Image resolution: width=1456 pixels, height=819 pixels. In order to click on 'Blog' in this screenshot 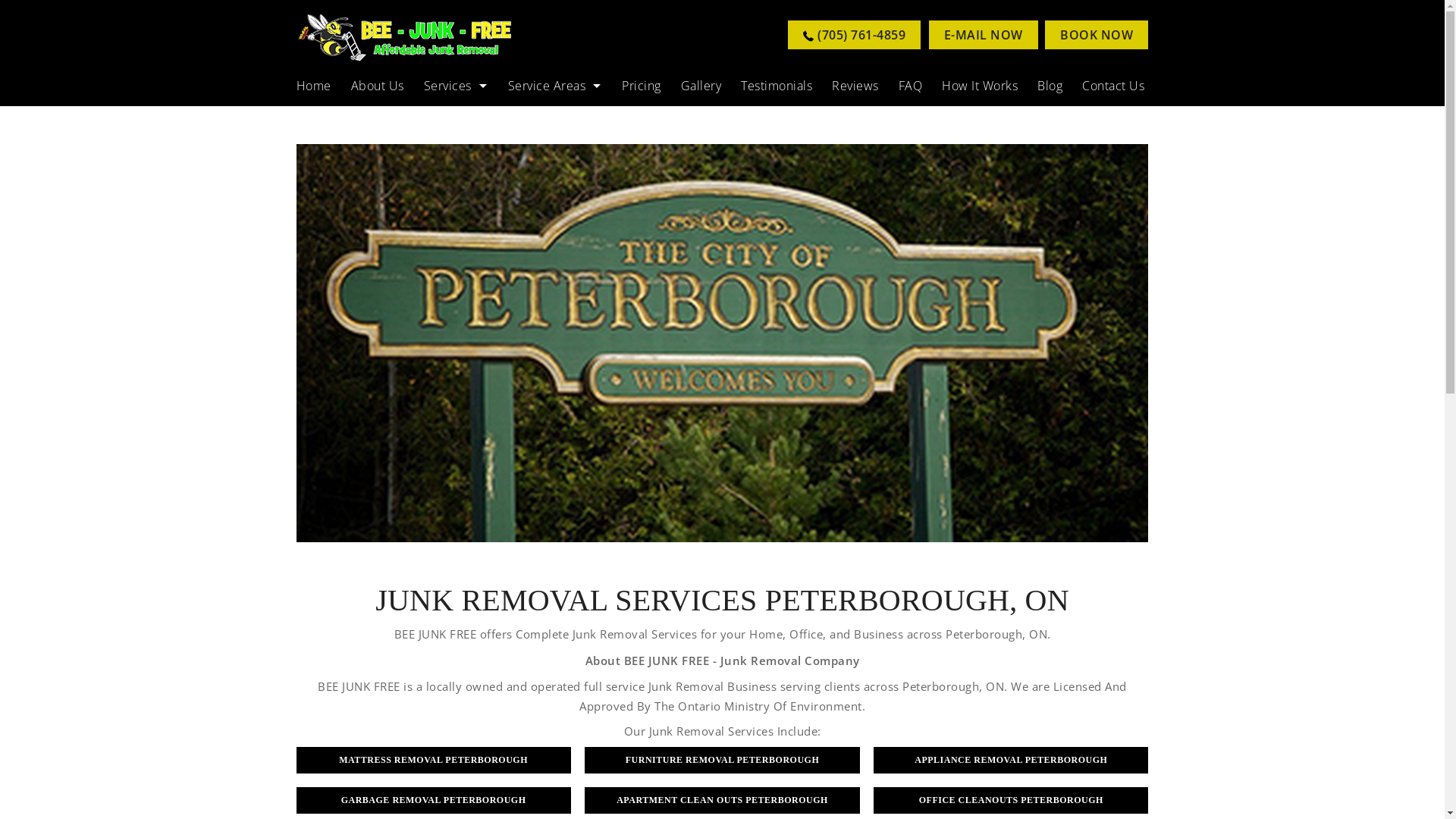, I will do `click(1027, 86)`.